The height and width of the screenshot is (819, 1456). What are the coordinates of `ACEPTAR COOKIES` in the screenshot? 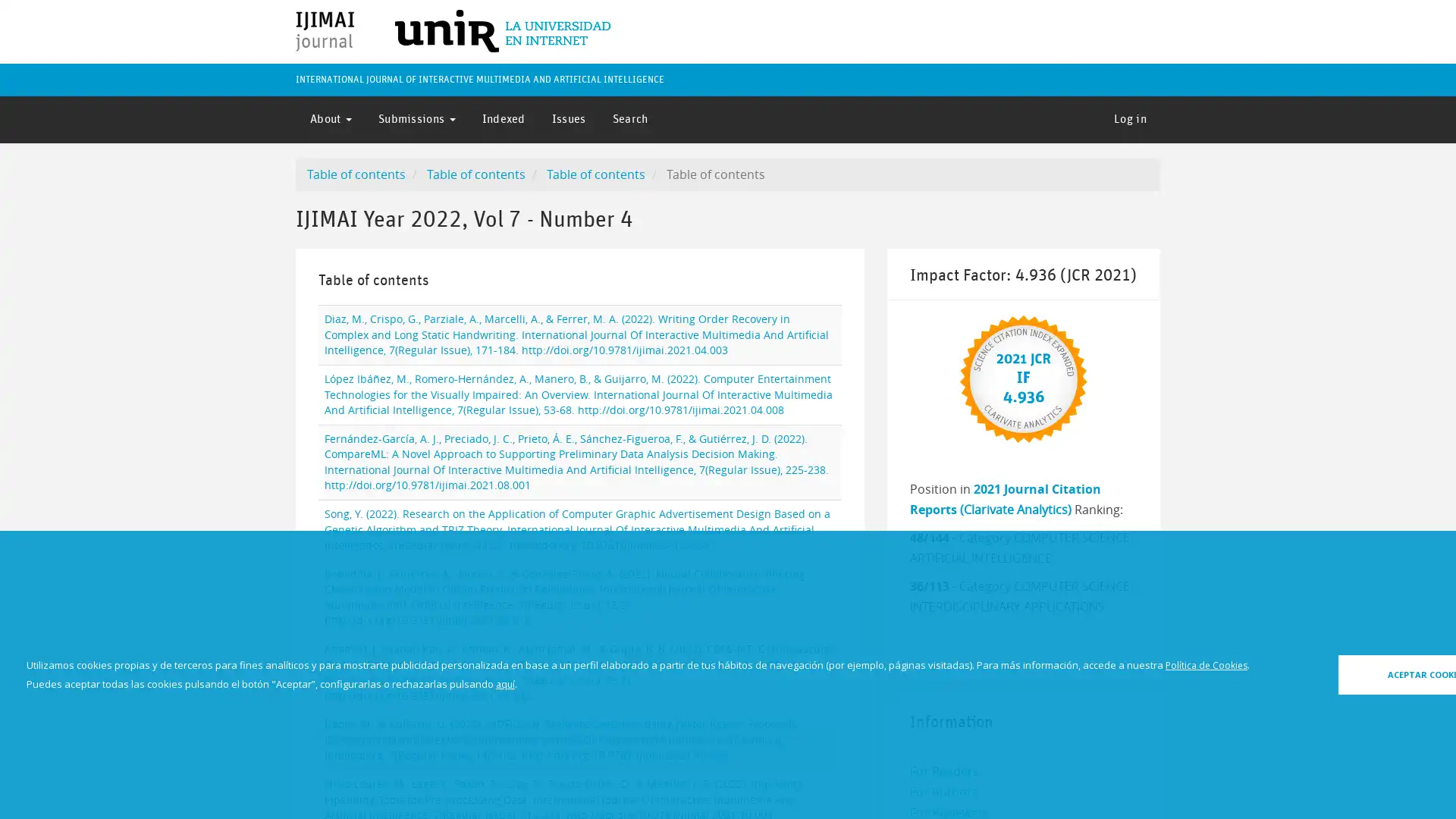 It's located at (1340, 673).